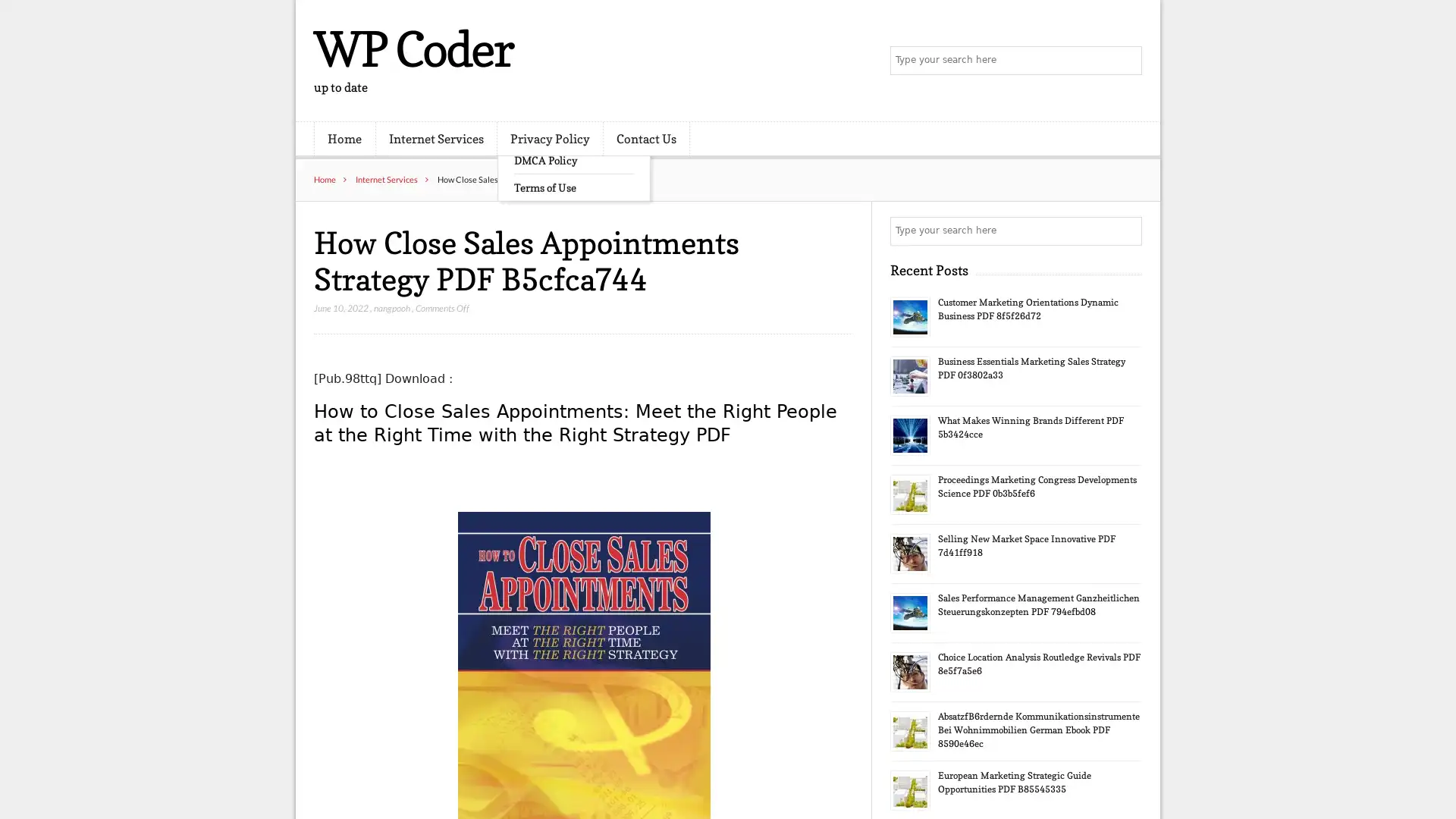  I want to click on Search, so click(1126, 231).